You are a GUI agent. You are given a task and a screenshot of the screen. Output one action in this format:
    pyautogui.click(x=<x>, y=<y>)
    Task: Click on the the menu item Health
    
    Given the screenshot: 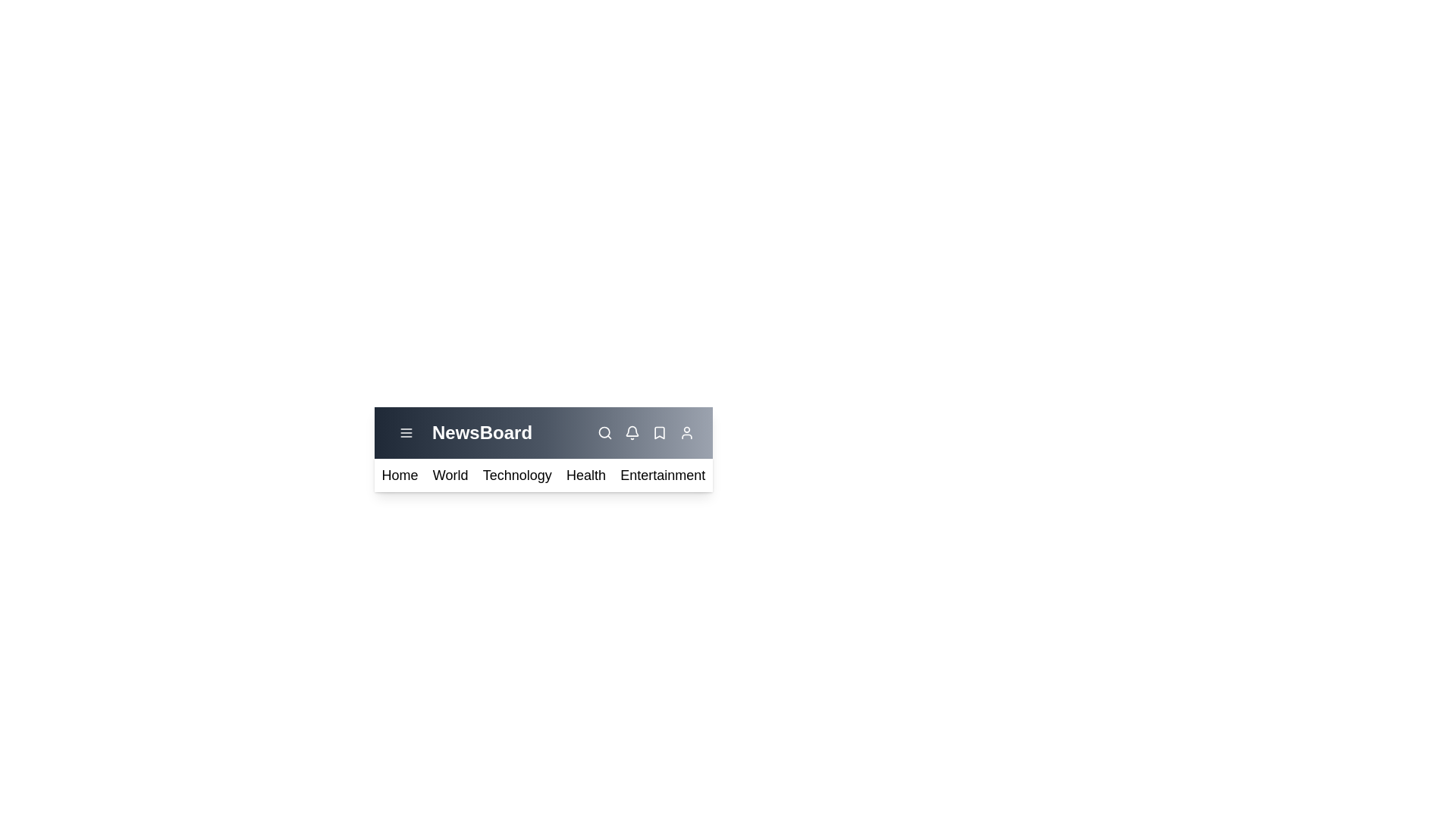 What is the action you would take?
    pyautogui.click(x=585, y=475)
    